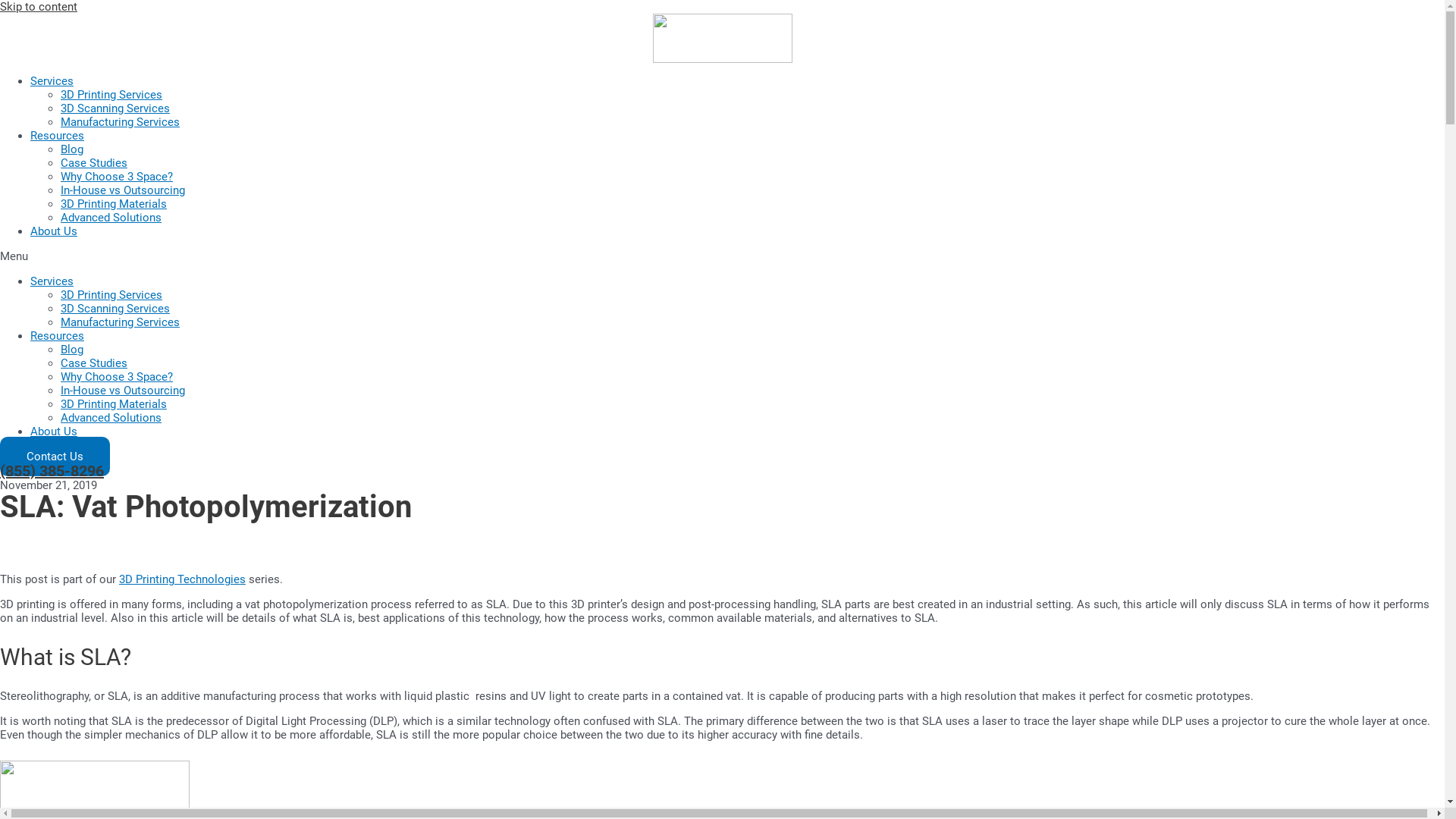 This screenshot has height=819, width=1456. What do you see at coordinates (71, 149) in the screenshot?
I see `'Blog'` at bounding box center [71, 149].